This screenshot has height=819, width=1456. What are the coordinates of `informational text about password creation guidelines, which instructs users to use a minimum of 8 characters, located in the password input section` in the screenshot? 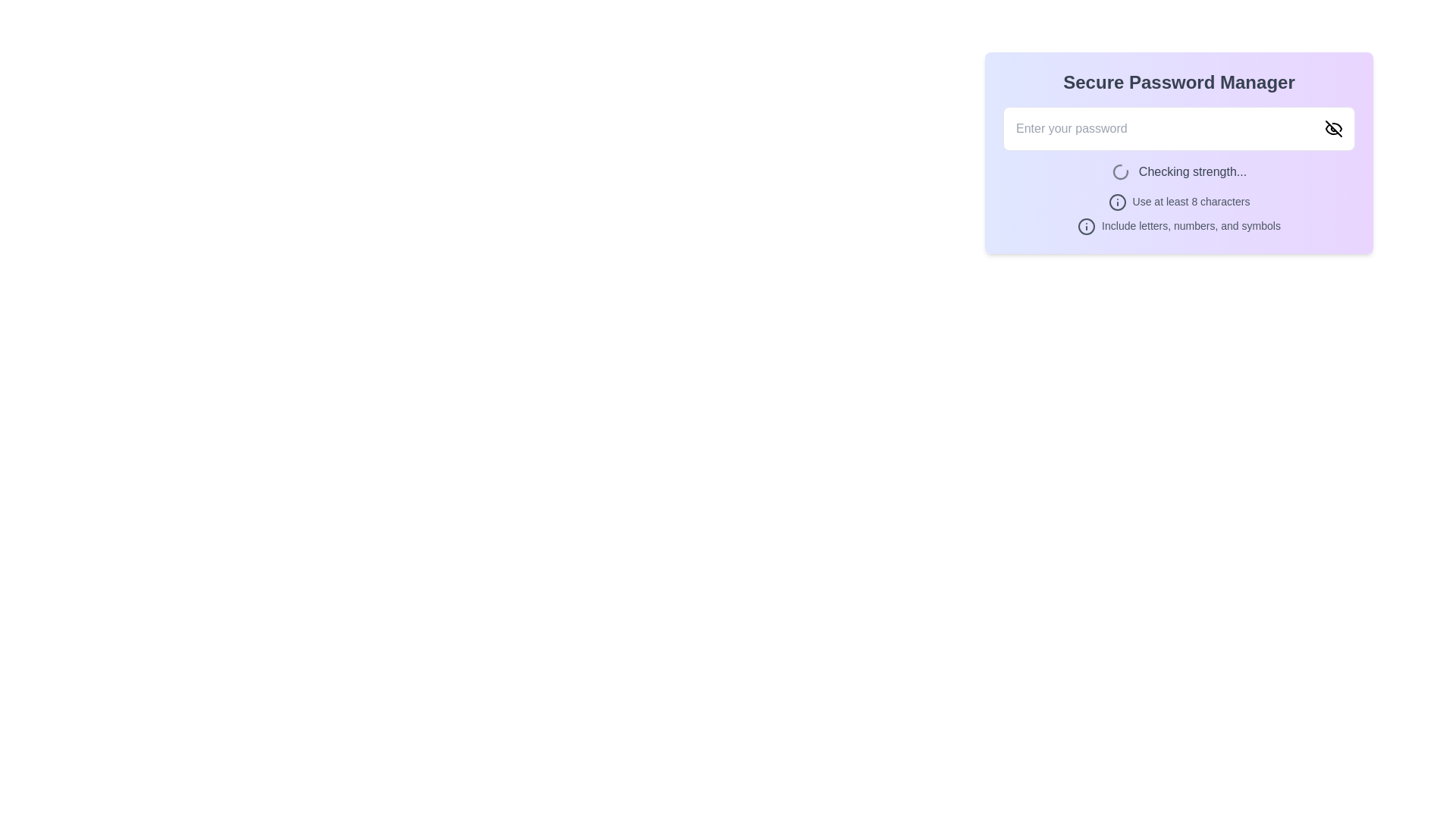 It's located at (1178, 201).